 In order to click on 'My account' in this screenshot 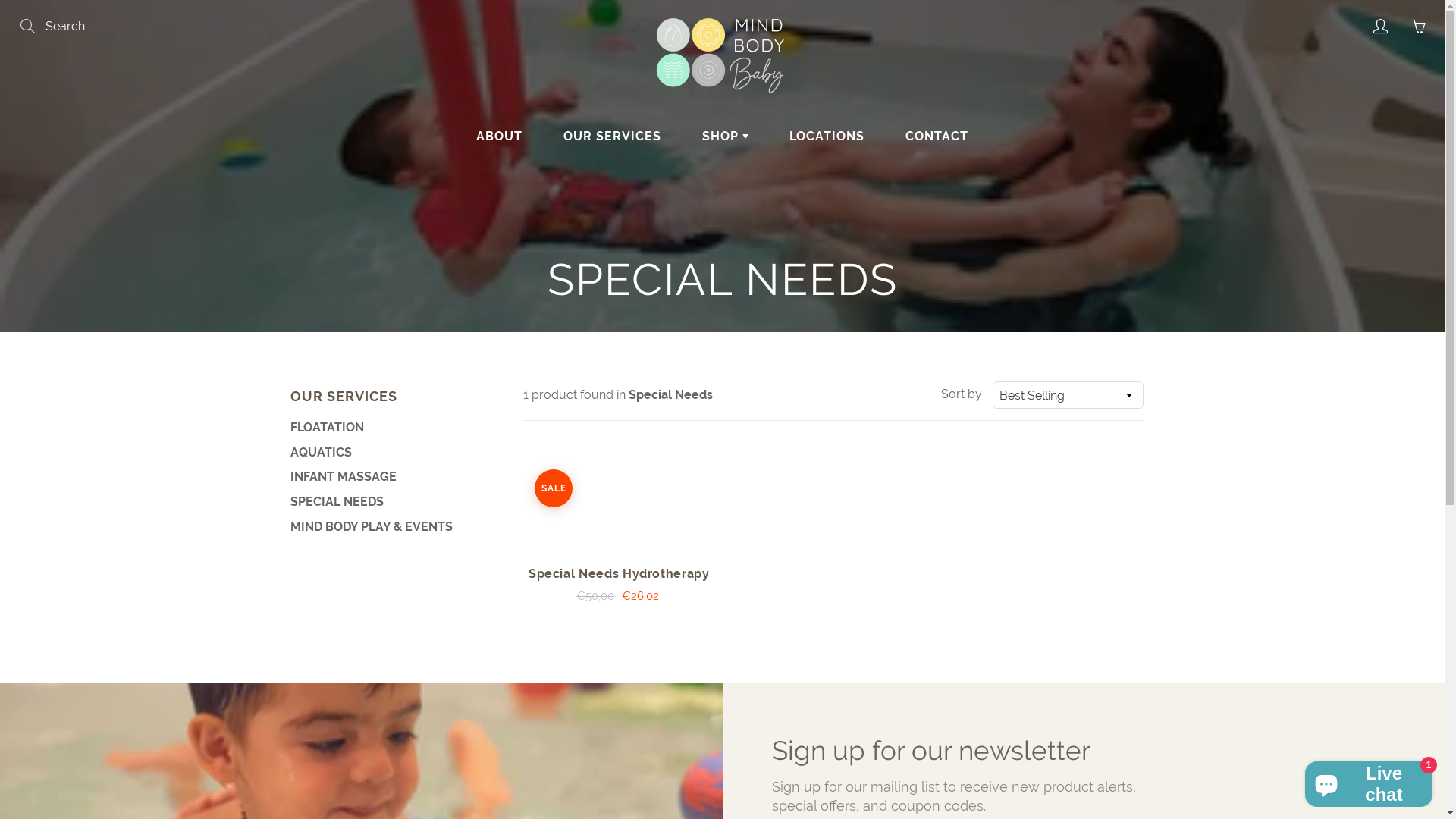, I will do `click(1379, 26)`.